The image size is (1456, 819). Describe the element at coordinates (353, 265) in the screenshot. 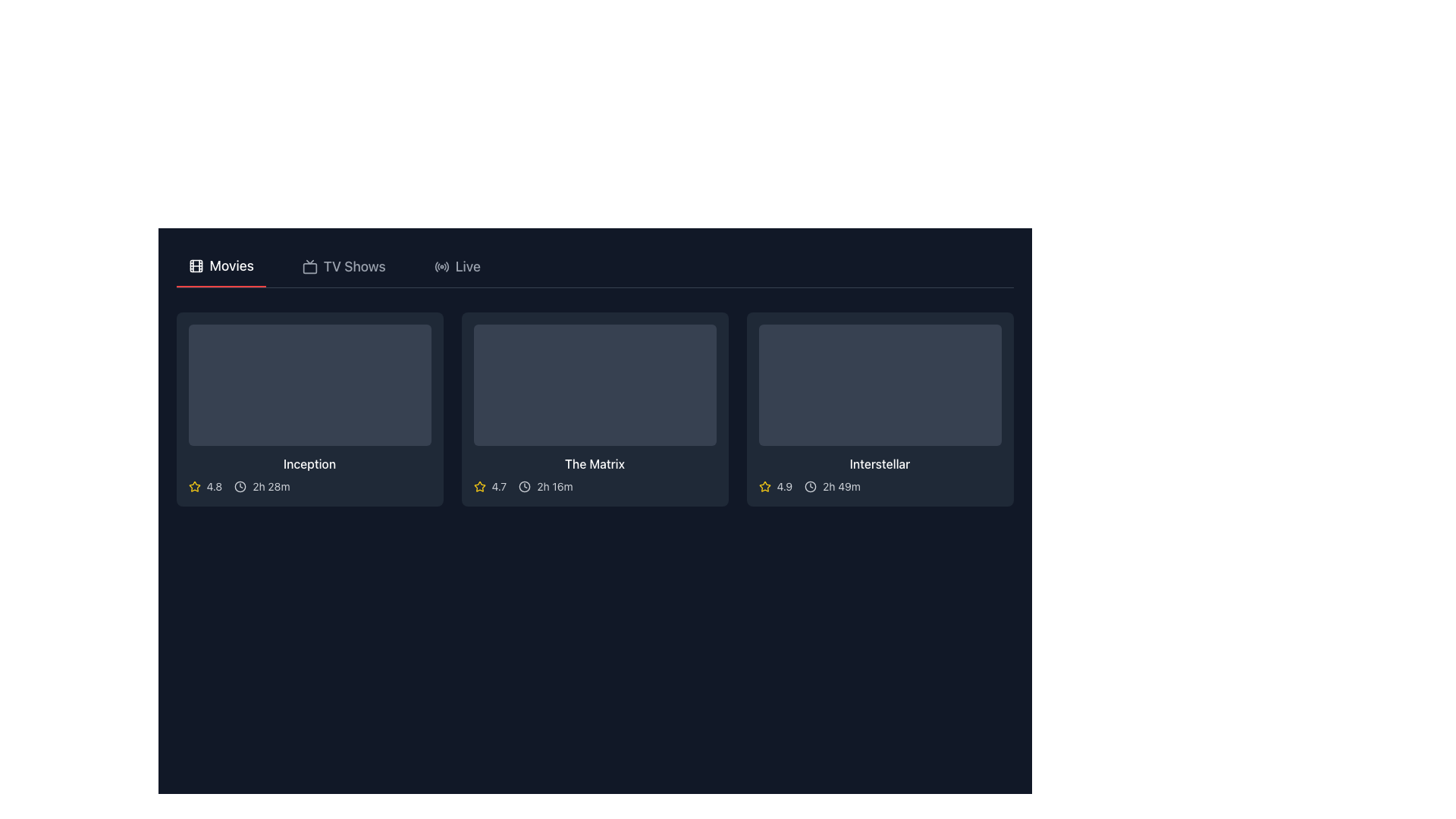

I see `the 'TV Shows' text label located` at that location.